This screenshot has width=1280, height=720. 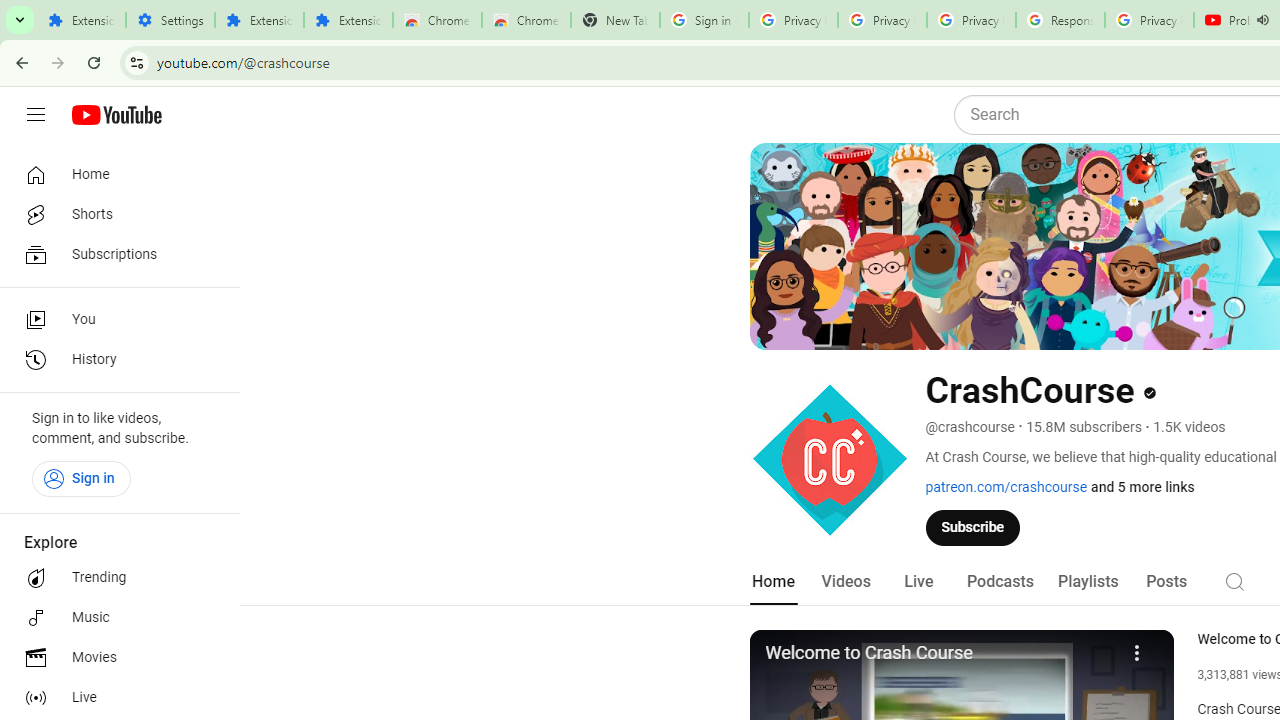 What do you see at coordinates (1166, 581) in the screenshot?
I see `'Posts'` at bounding box center [1166, 581].